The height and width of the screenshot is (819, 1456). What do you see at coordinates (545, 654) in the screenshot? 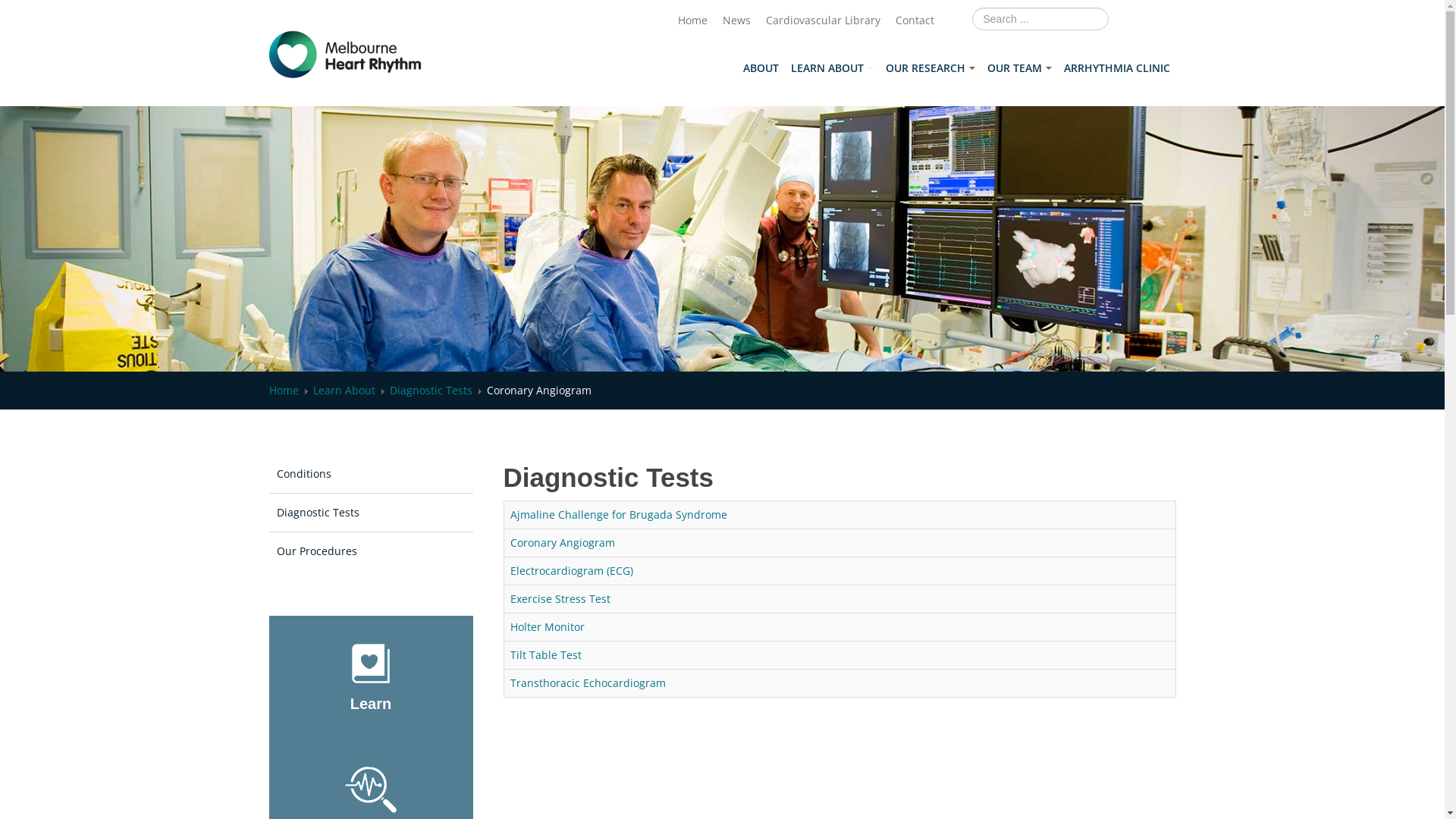
I see `'Tilt Table Test'` at bounding box center [545, 654].